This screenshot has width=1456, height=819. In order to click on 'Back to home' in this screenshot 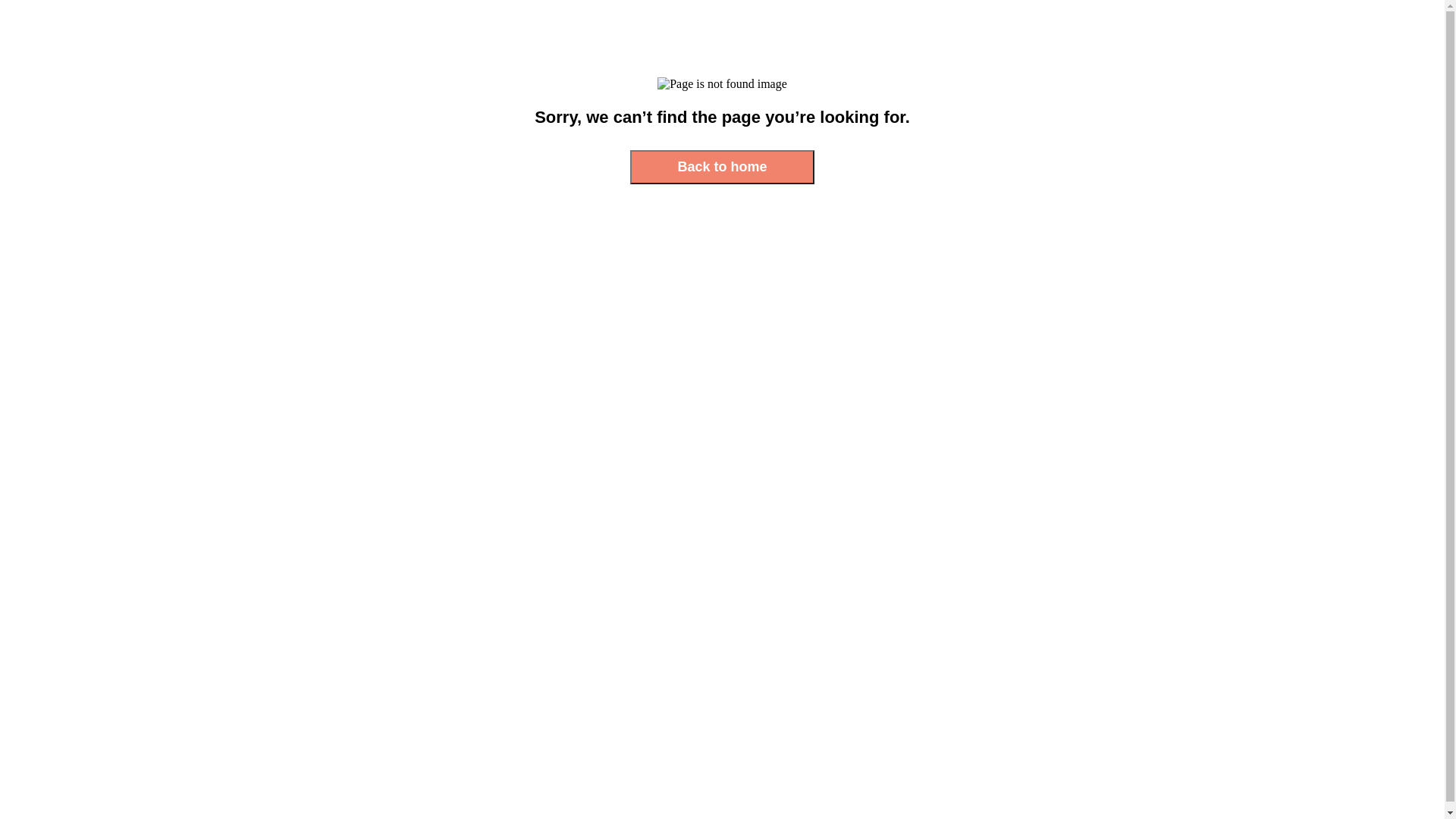, I will do `click(720, 167)`.